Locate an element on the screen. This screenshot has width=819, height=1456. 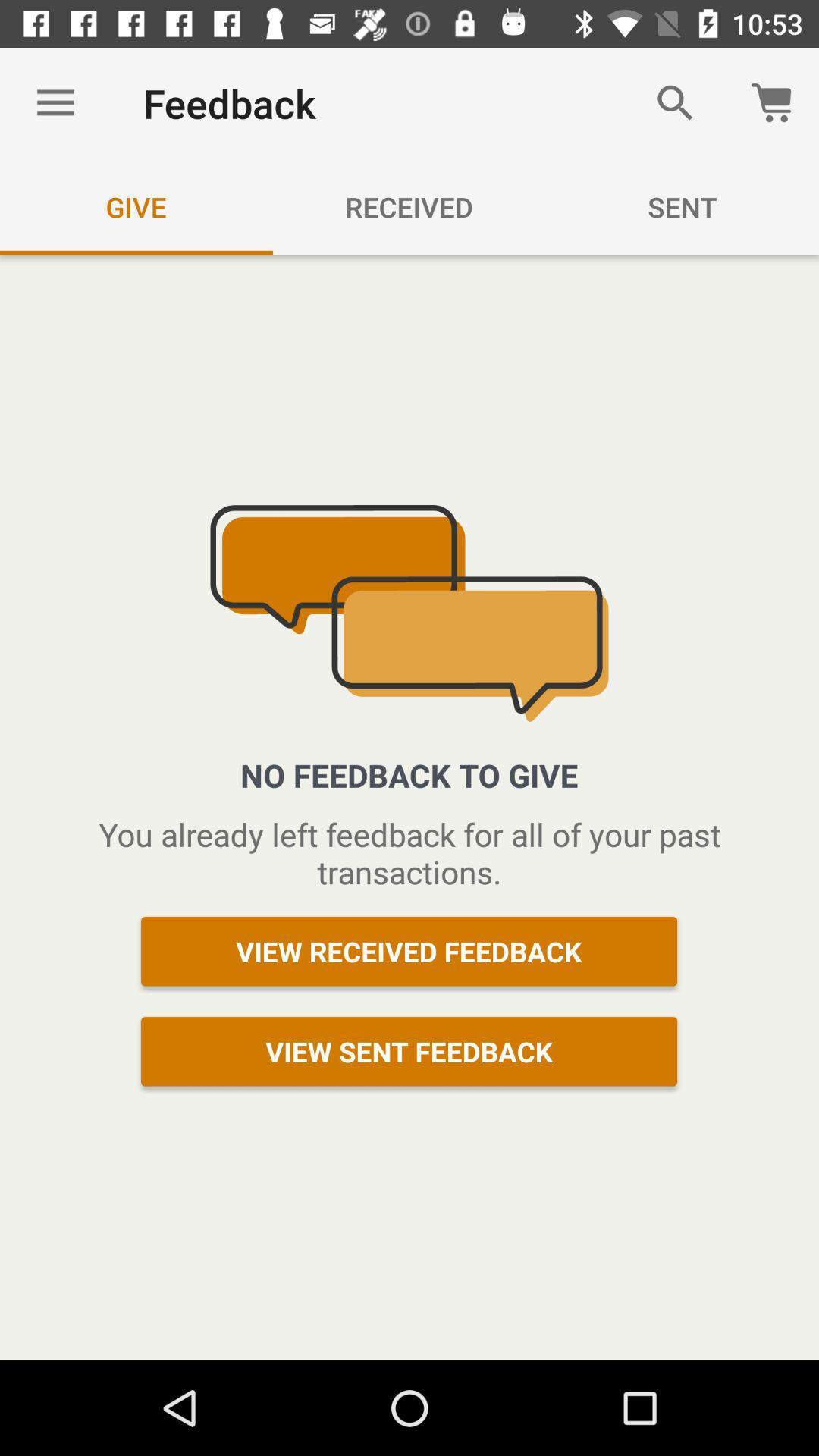
item to the left of the feedback item is located at coordinates (55, 102).